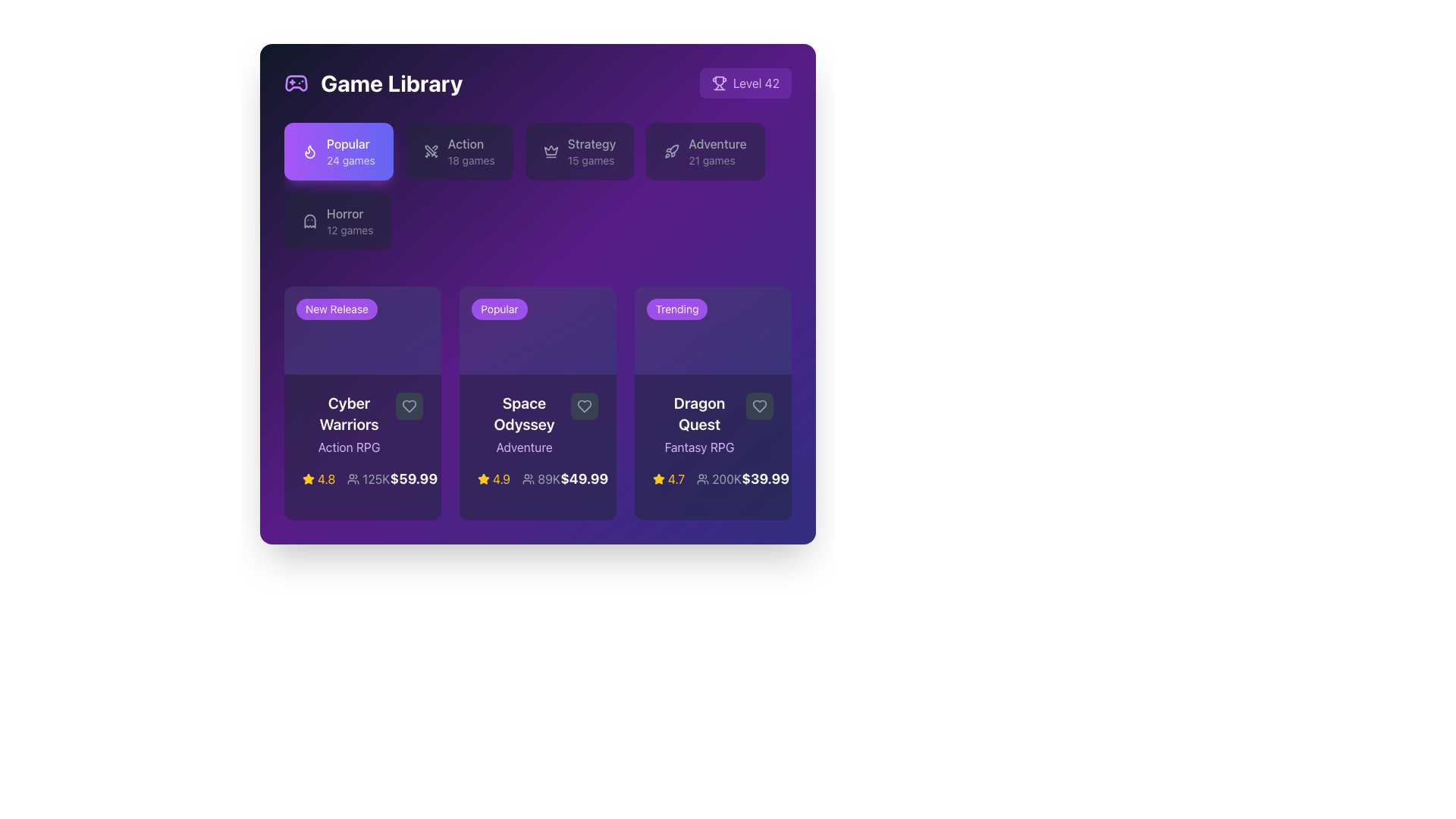 This screenshot has height=819, width=1456. I want to click on the Headline element that indicates the user's current view, featuring an icon related to gaming, positioned in the upper-left section of the interface, so click(373, 83).